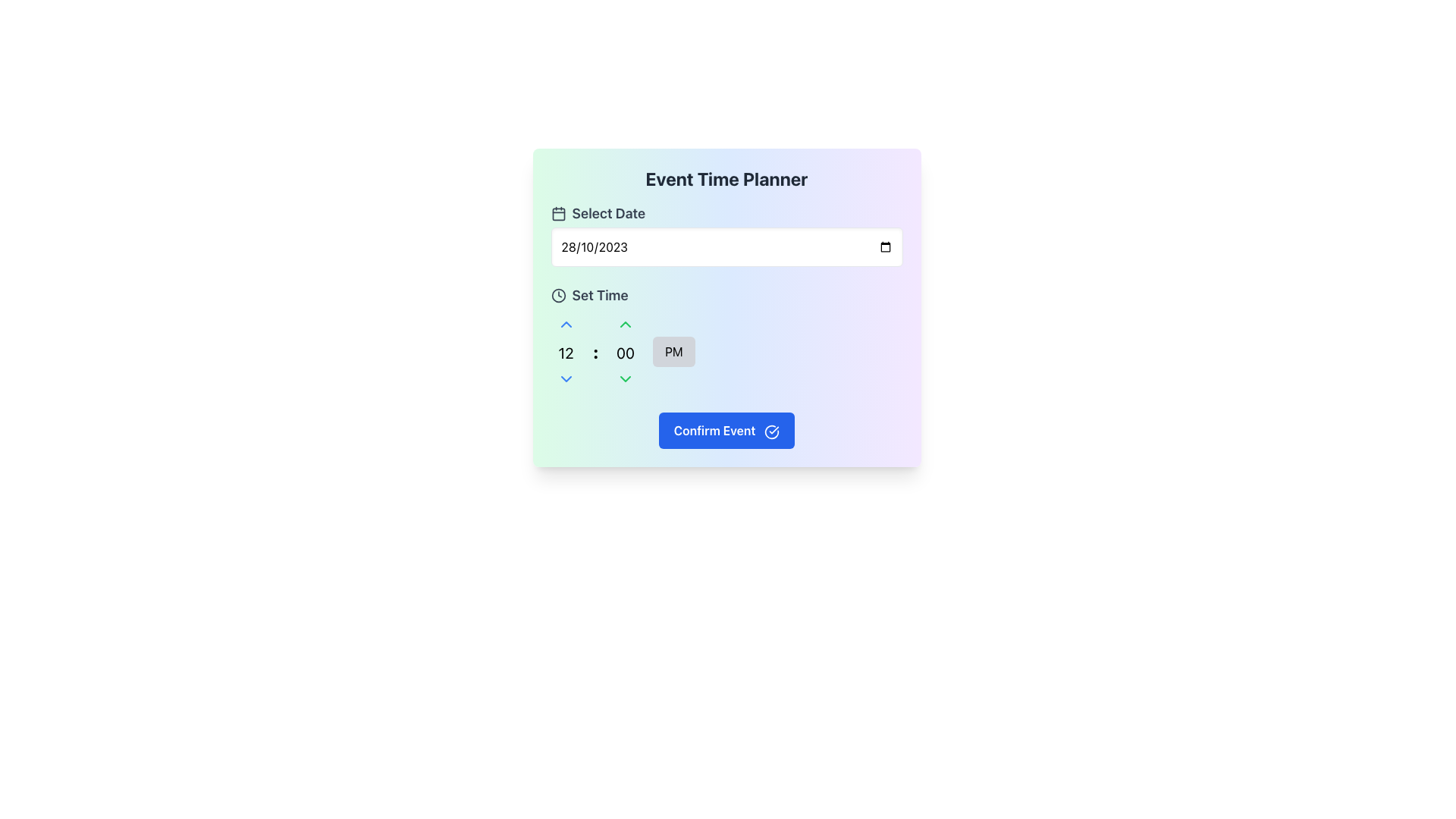 This screenshot has height=819, width=1456. What do you see at coordinates (565, 324) in the screenshot?
I see `the chevron-up button located directly above the hour input field in the 'Set Time' section of the 'Event Time Planner' interface` at bounding box center [565, 324].